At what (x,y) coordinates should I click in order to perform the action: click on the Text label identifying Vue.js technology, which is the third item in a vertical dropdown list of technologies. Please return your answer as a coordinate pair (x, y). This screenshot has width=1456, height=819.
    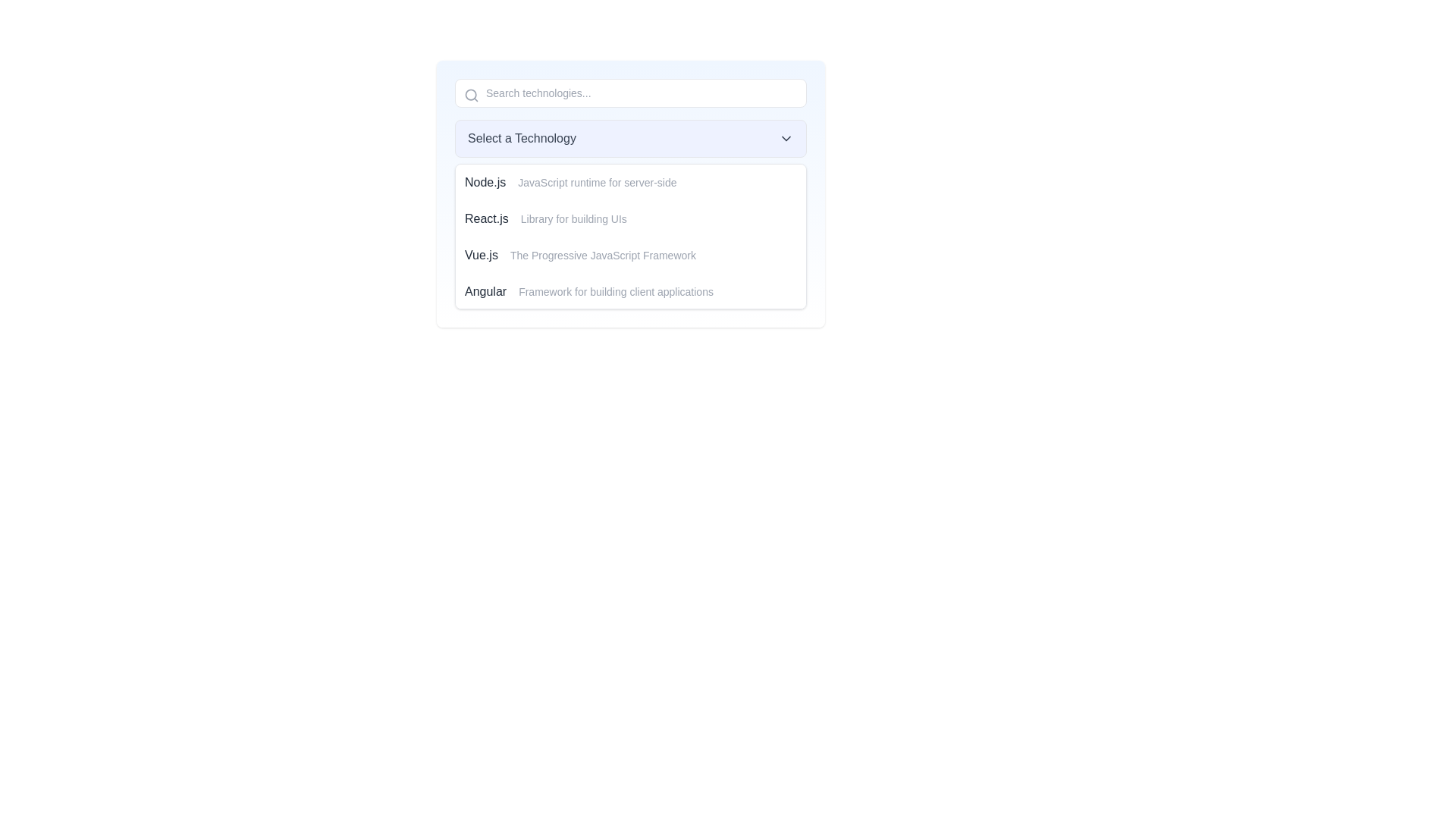
    Looking at the image, I should click on (480, 254).